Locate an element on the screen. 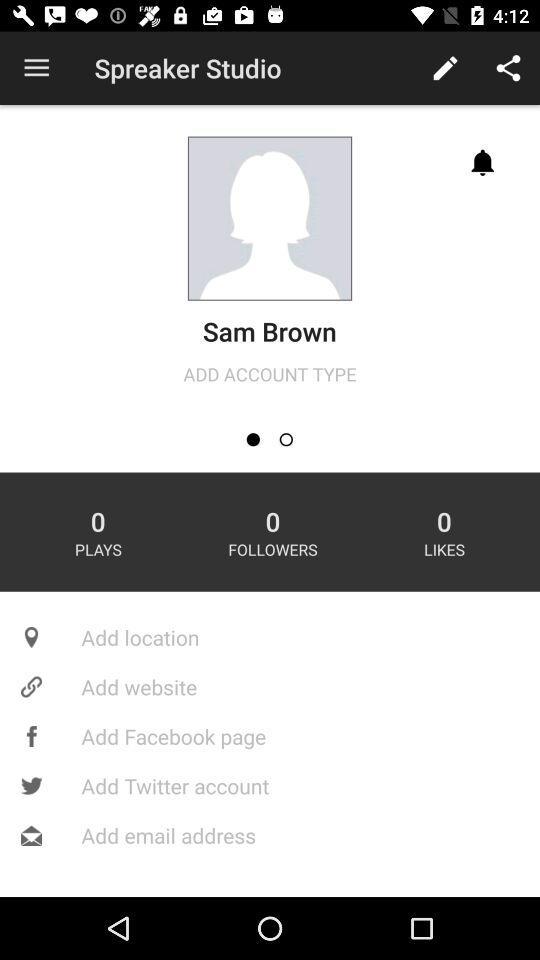  the icon below the add location is located at coordinates (270, 686).